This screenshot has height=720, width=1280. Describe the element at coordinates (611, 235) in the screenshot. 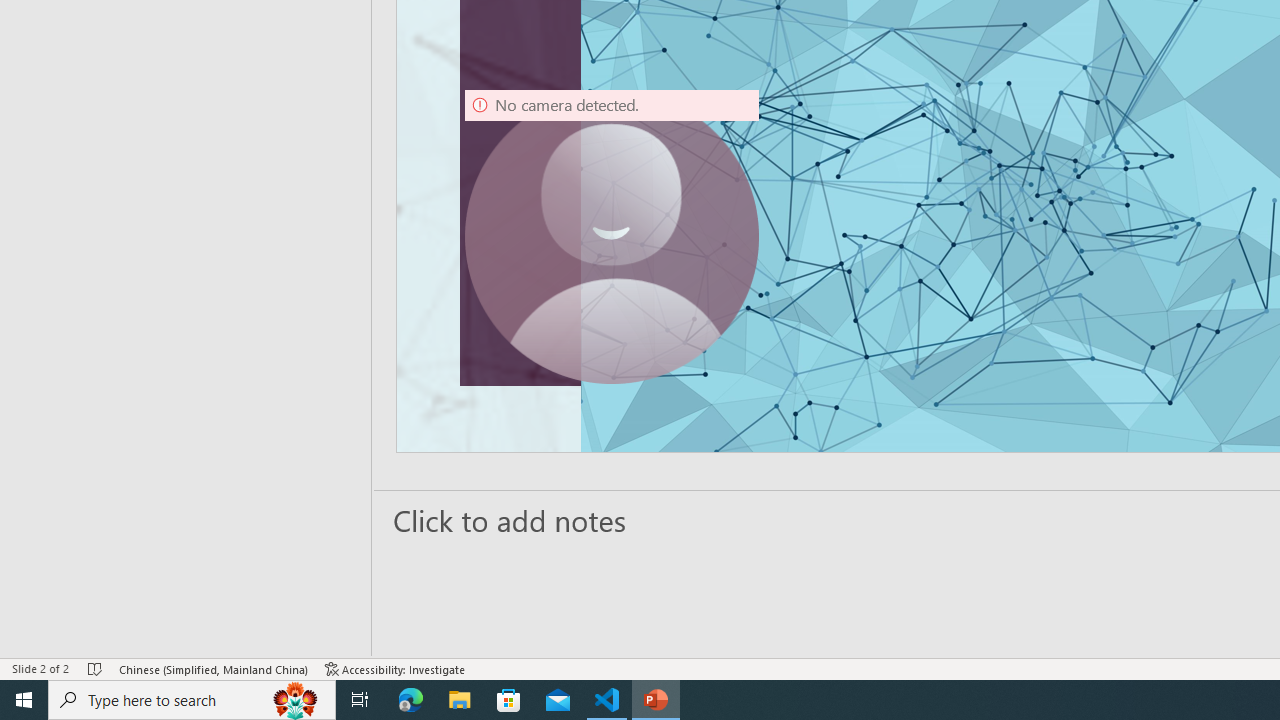

I see `'Camera 9, No camera detected.'` at that location.